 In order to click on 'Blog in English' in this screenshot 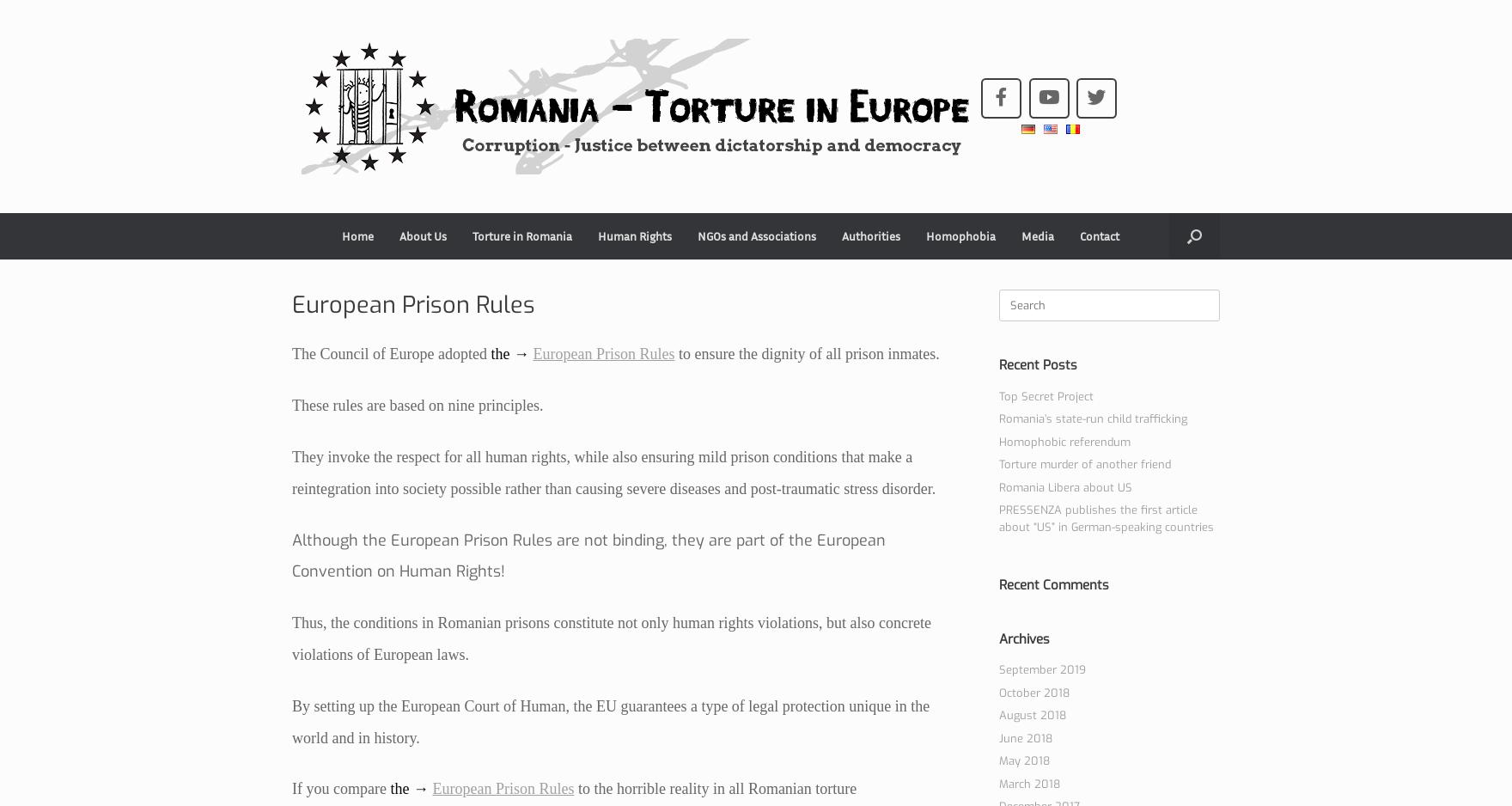, I will do `click(437, 277)`.